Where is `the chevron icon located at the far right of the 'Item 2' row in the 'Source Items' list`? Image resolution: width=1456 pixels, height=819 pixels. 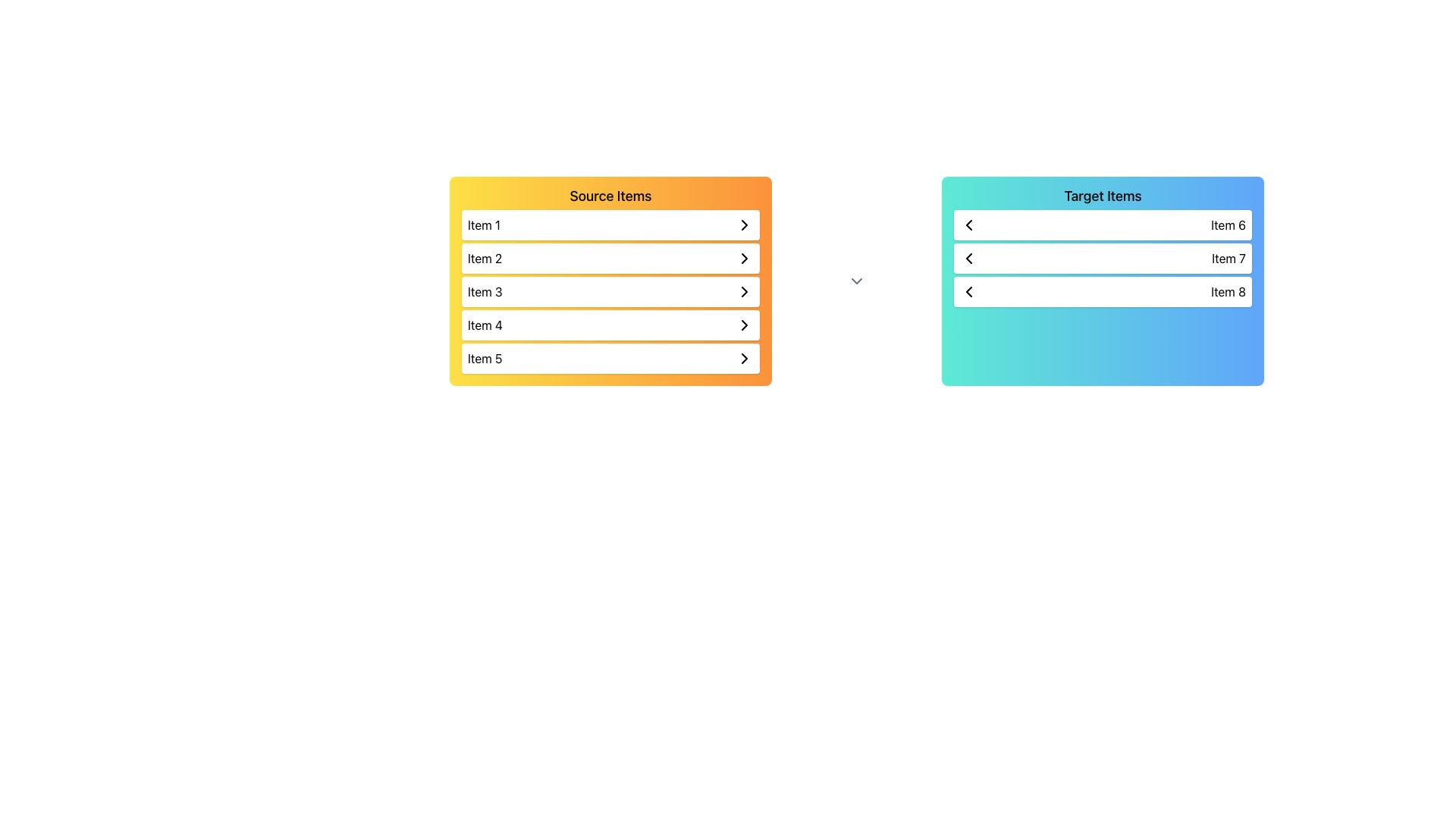
the chevron icon located at the far right of the 'Item 2' row in the 'Source Items' list is located at coordinates (744, 257).